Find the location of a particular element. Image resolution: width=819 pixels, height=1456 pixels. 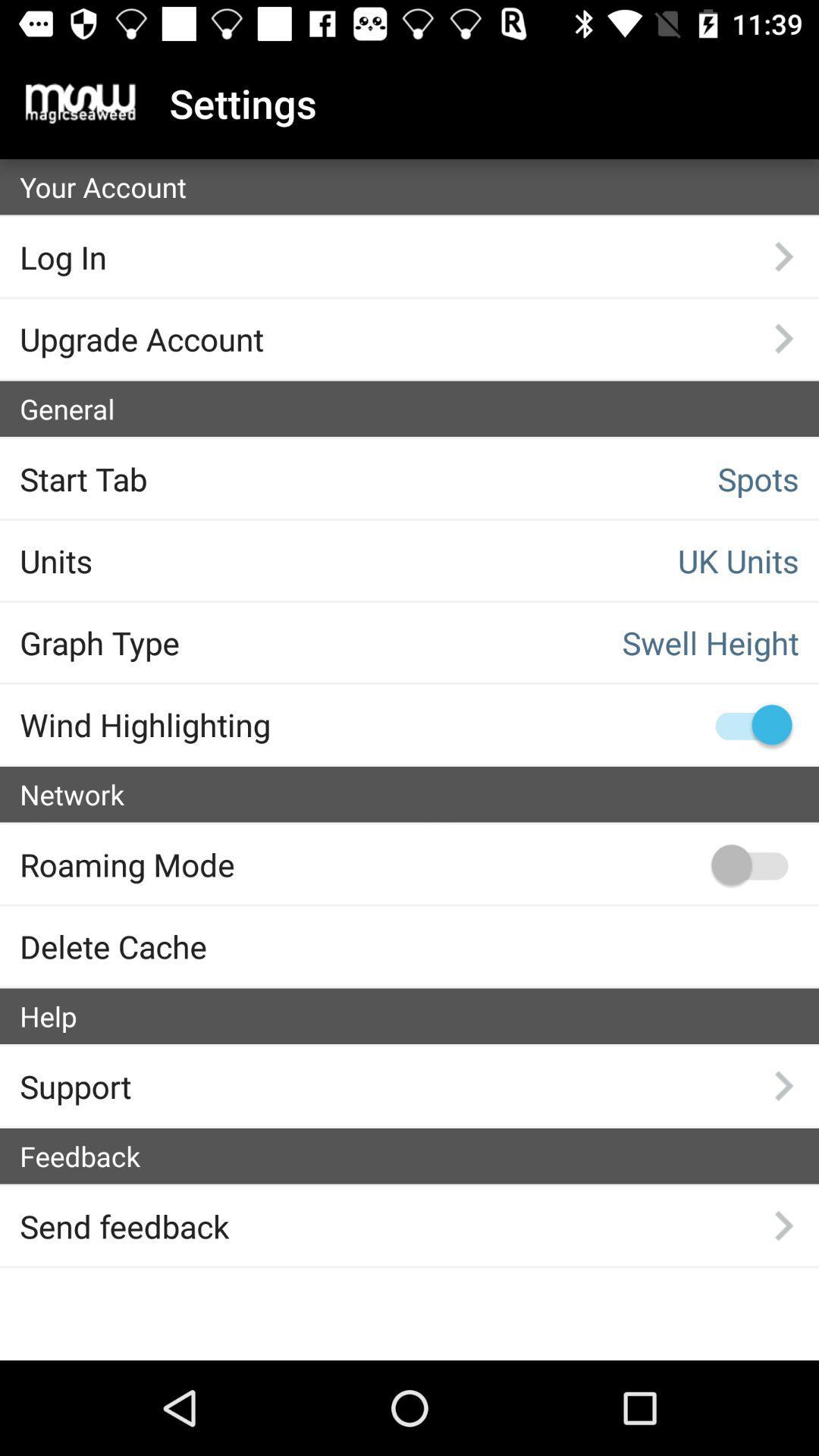

the button which is above the send feedback is located at coordinates (419, 1156).